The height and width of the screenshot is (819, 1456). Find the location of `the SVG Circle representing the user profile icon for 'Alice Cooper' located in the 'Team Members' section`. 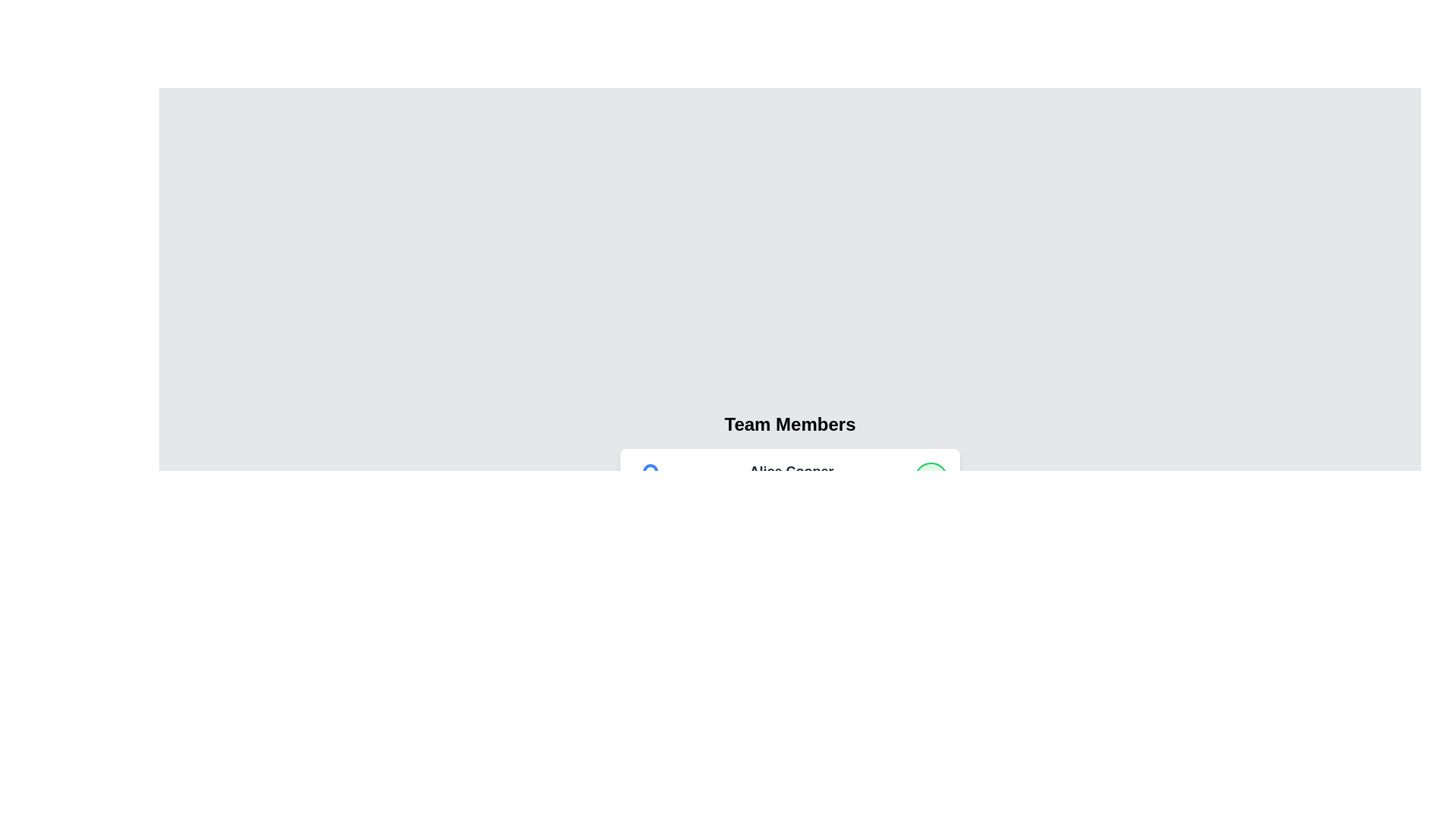

the SVG Circle representing the user profile icon for 'Alice Cooper' located in the 'Team Members' section is located at coordinates (651, 470).